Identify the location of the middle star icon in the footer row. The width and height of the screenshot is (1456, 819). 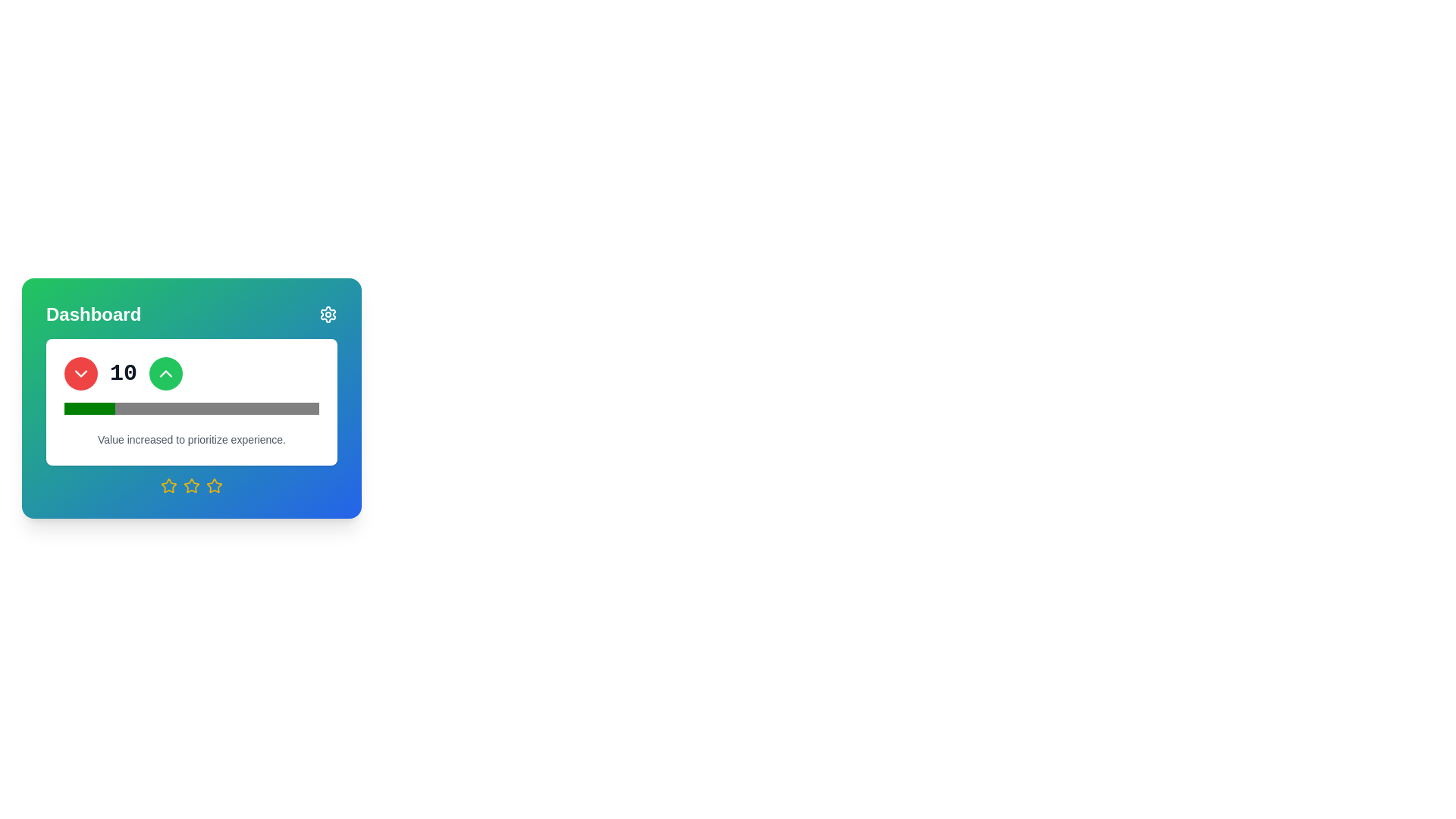
(191, 485).